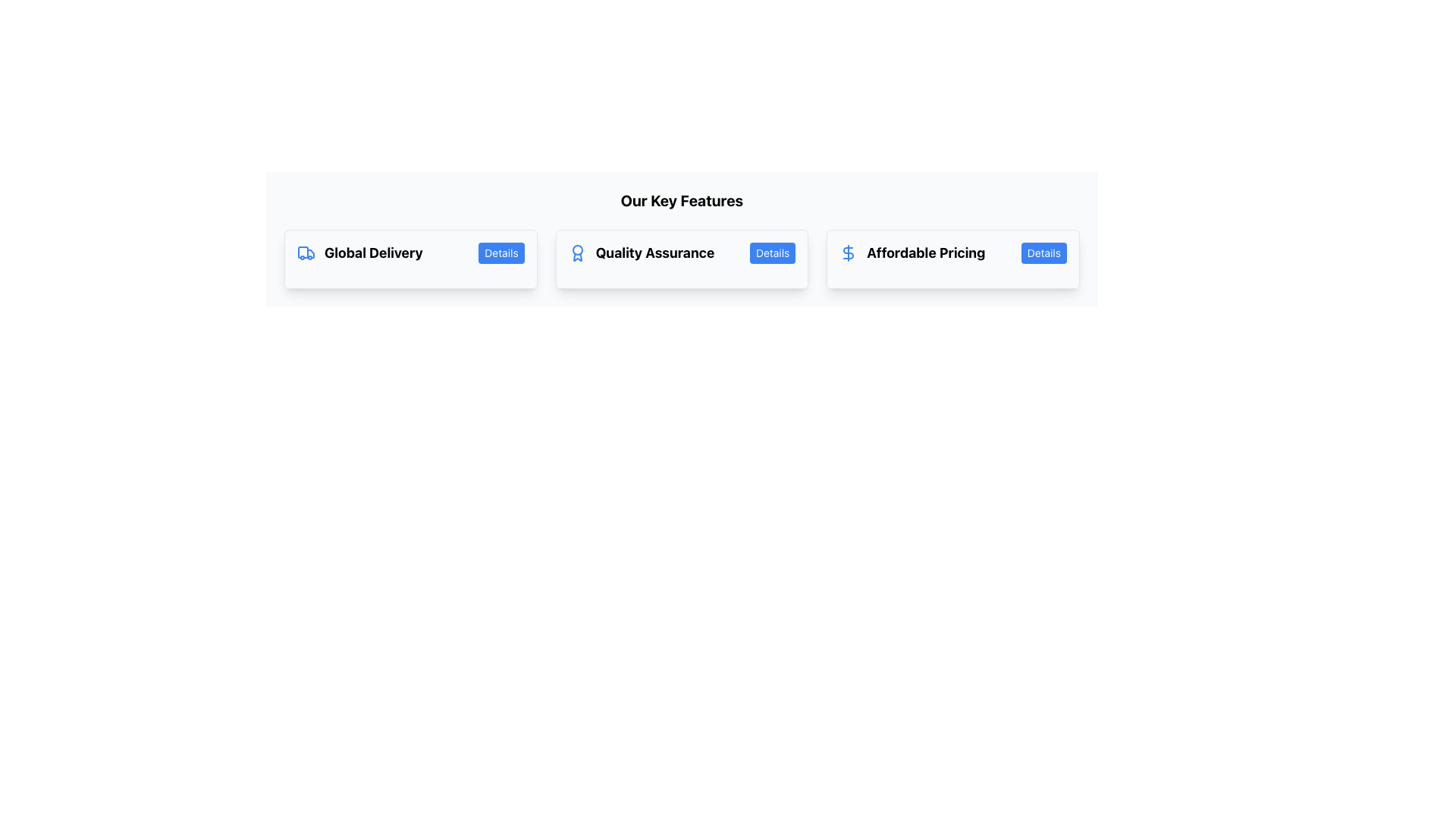  I want to click on the button located on the right side under the heading 'Global Delivery', so click(501, 253).